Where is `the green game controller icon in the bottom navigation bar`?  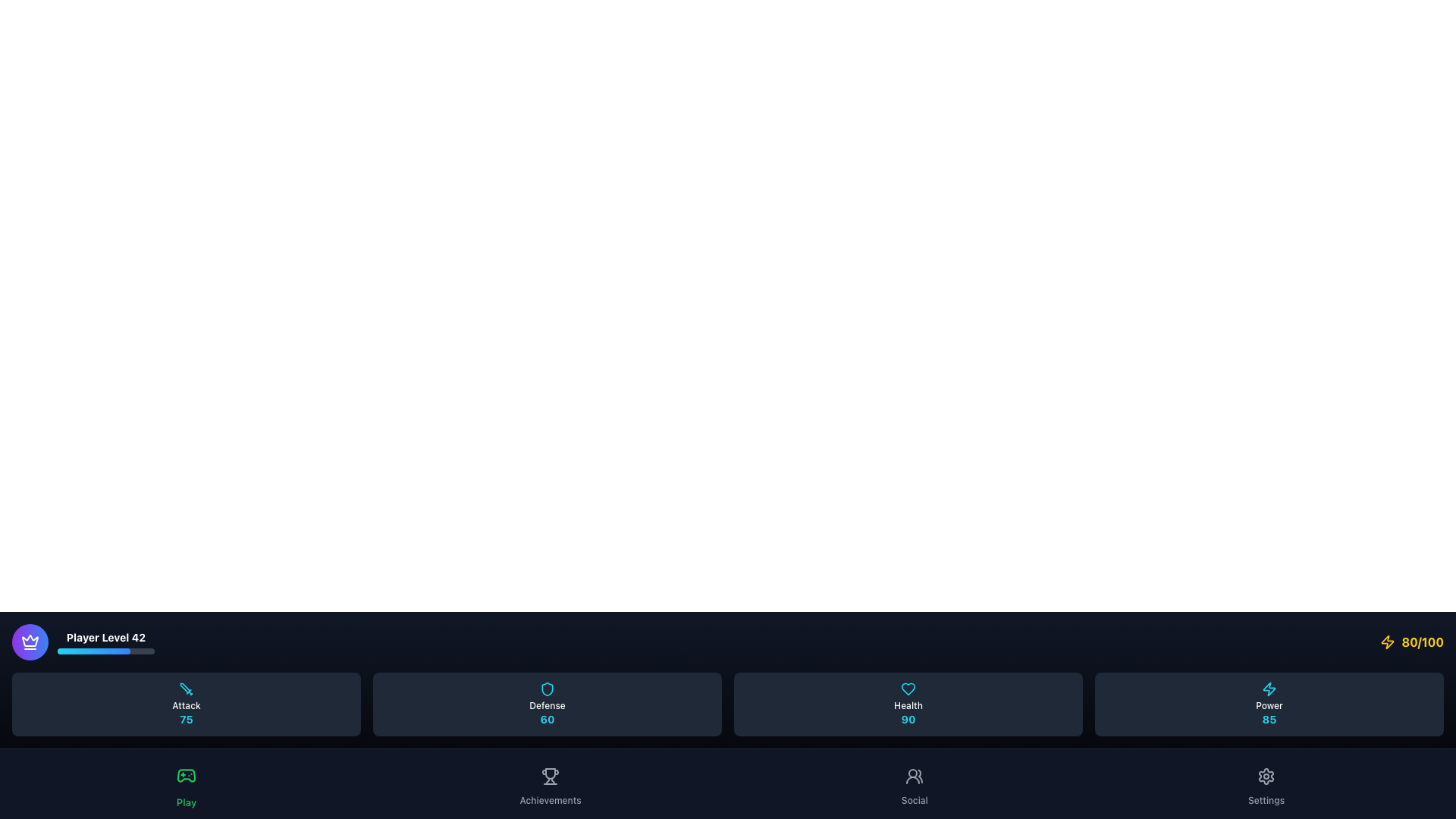
the green game controller icon in the bottom navigation bar is located at coordinates (185, 775).